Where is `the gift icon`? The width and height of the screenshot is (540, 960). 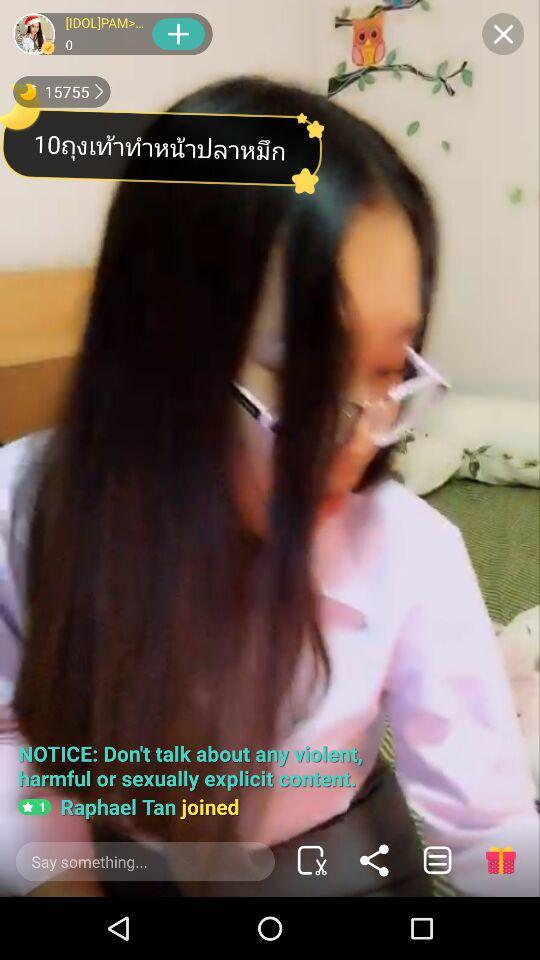 the gift icon is located at coordinates (499, 859).